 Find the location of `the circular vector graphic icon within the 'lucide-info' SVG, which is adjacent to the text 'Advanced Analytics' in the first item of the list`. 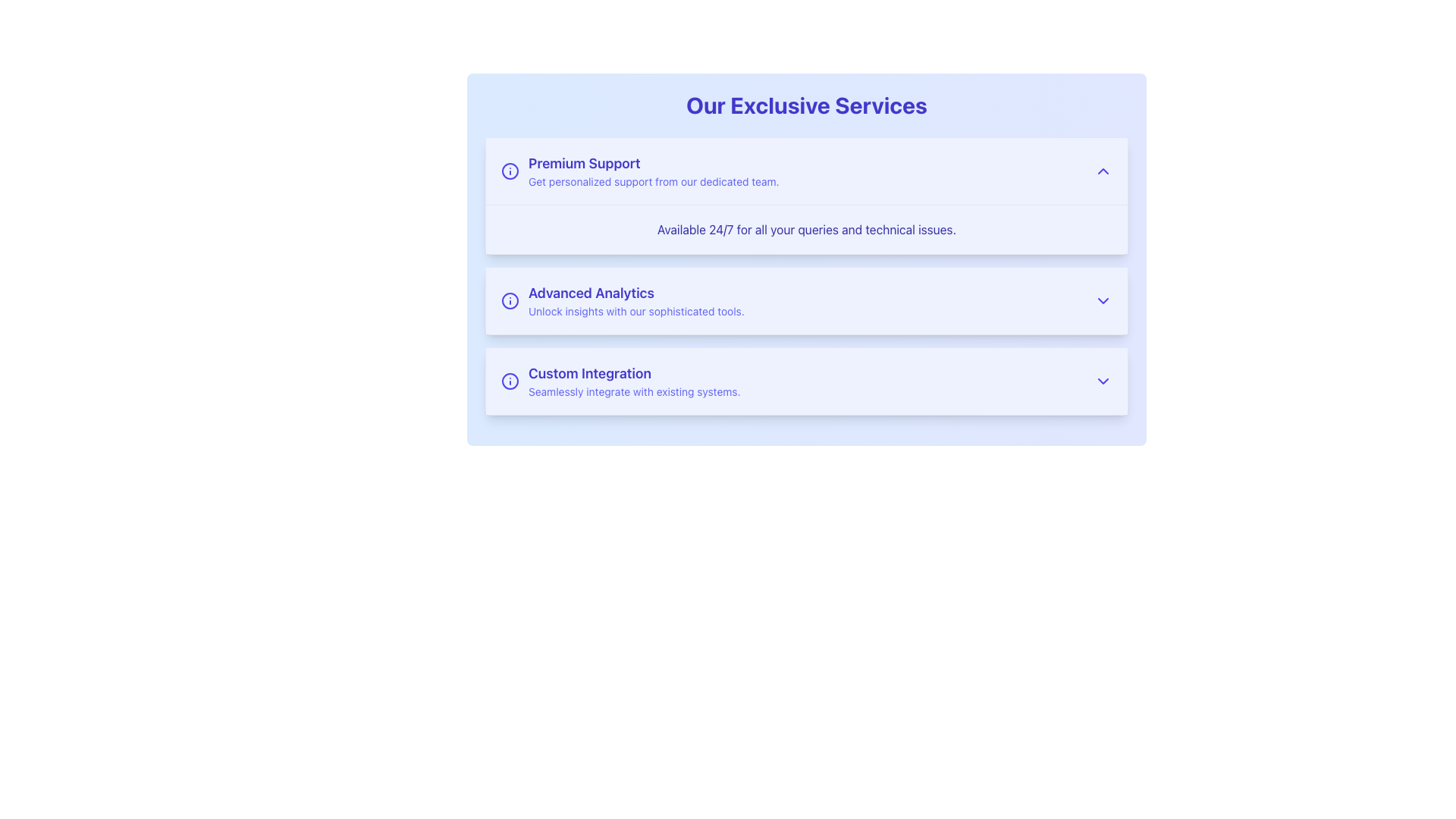

the circular vector graphic icon within the 'lucide-info' SVG, which is adjacent to the text 'Advanced Analytics' in the first item of the list is located at coordinates (510, 171).